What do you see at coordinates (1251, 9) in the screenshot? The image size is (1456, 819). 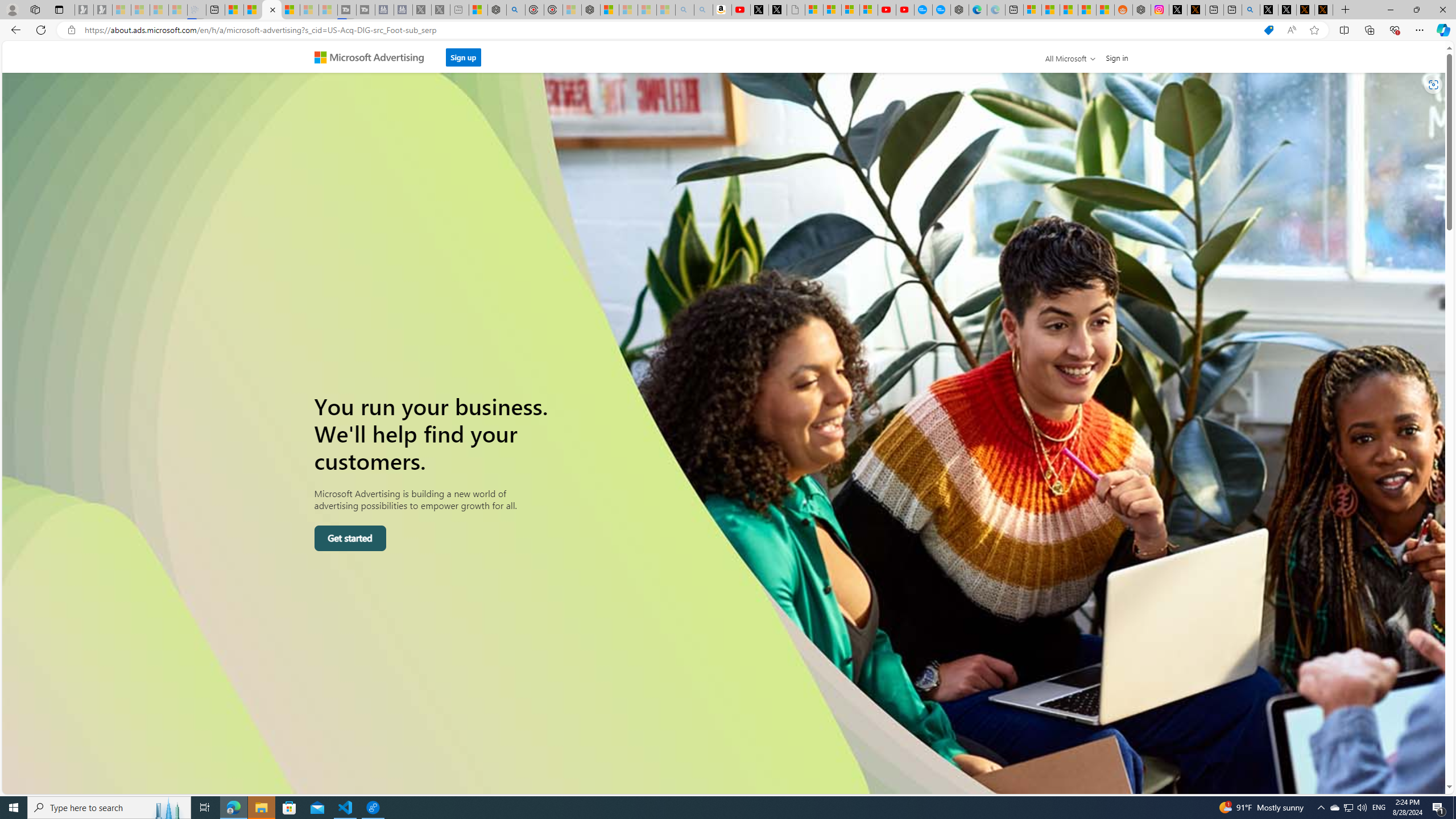 I see `'github - Search'` at bounding box center [1251, 9].